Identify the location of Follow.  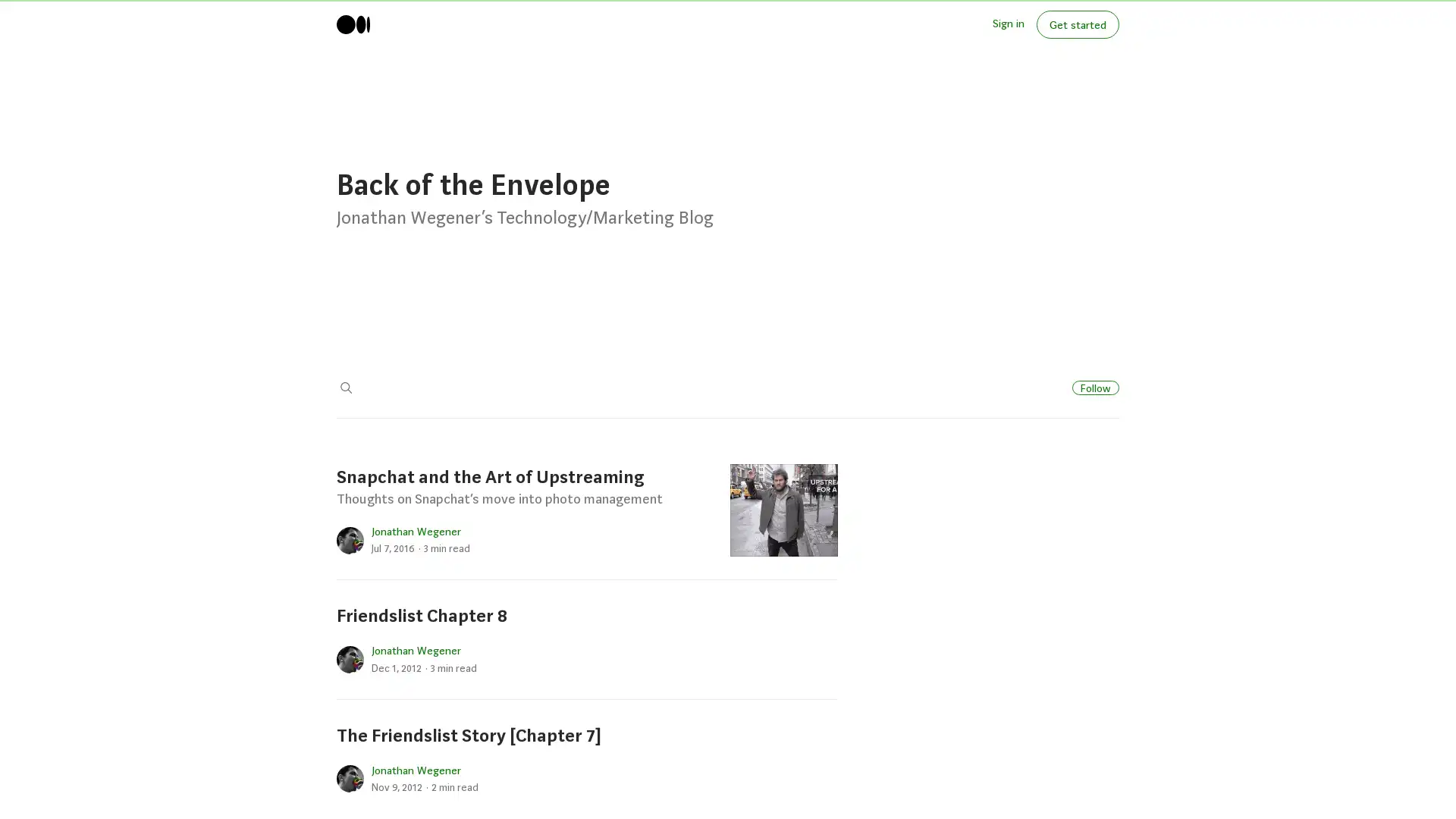
(1095, 386).